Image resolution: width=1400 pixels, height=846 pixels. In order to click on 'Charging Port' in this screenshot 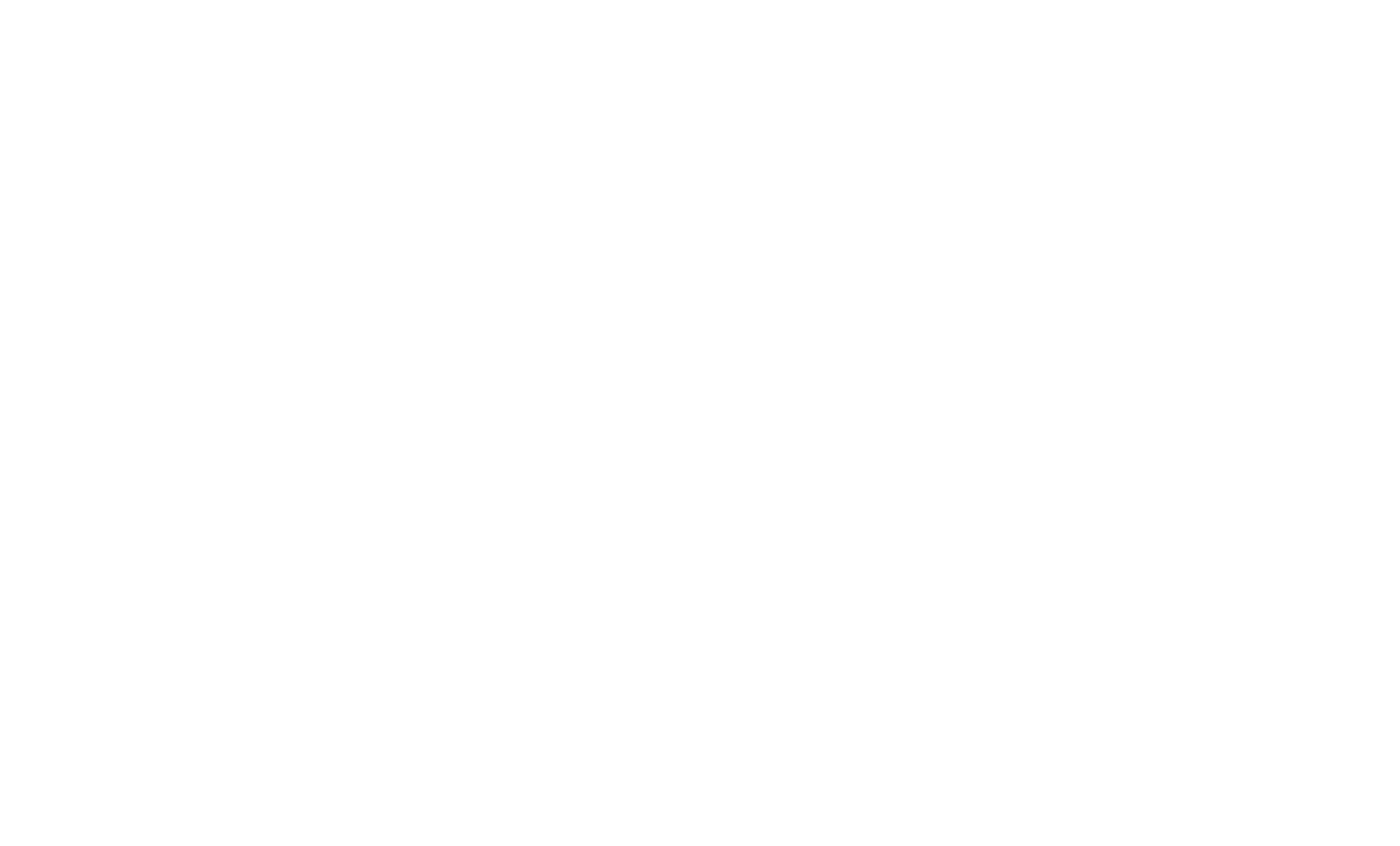, I will do `click(296, 512)`.